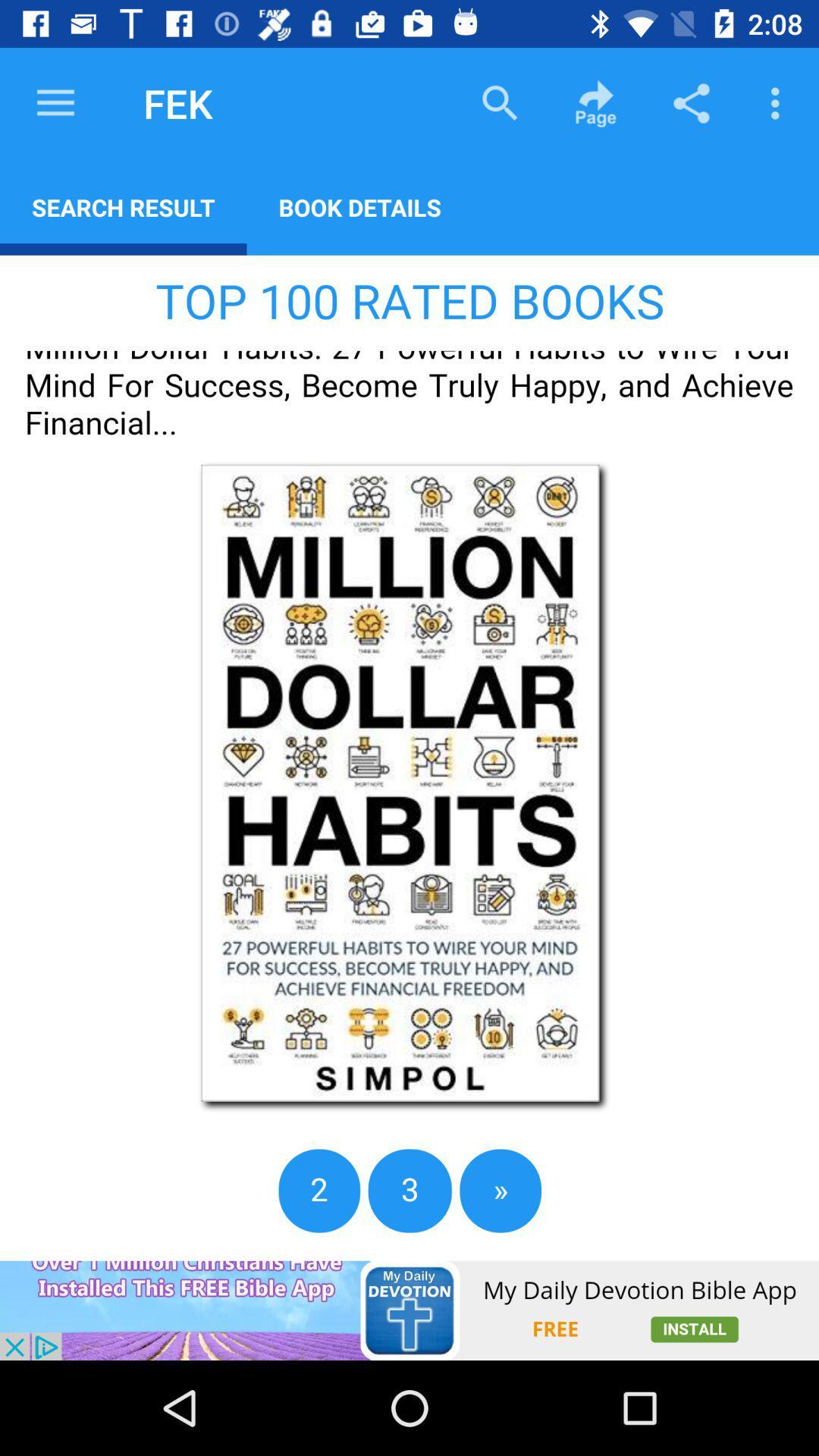  Describe the element at coordinates (500, 102) in the screenshot. I see `the search icon` at that location.